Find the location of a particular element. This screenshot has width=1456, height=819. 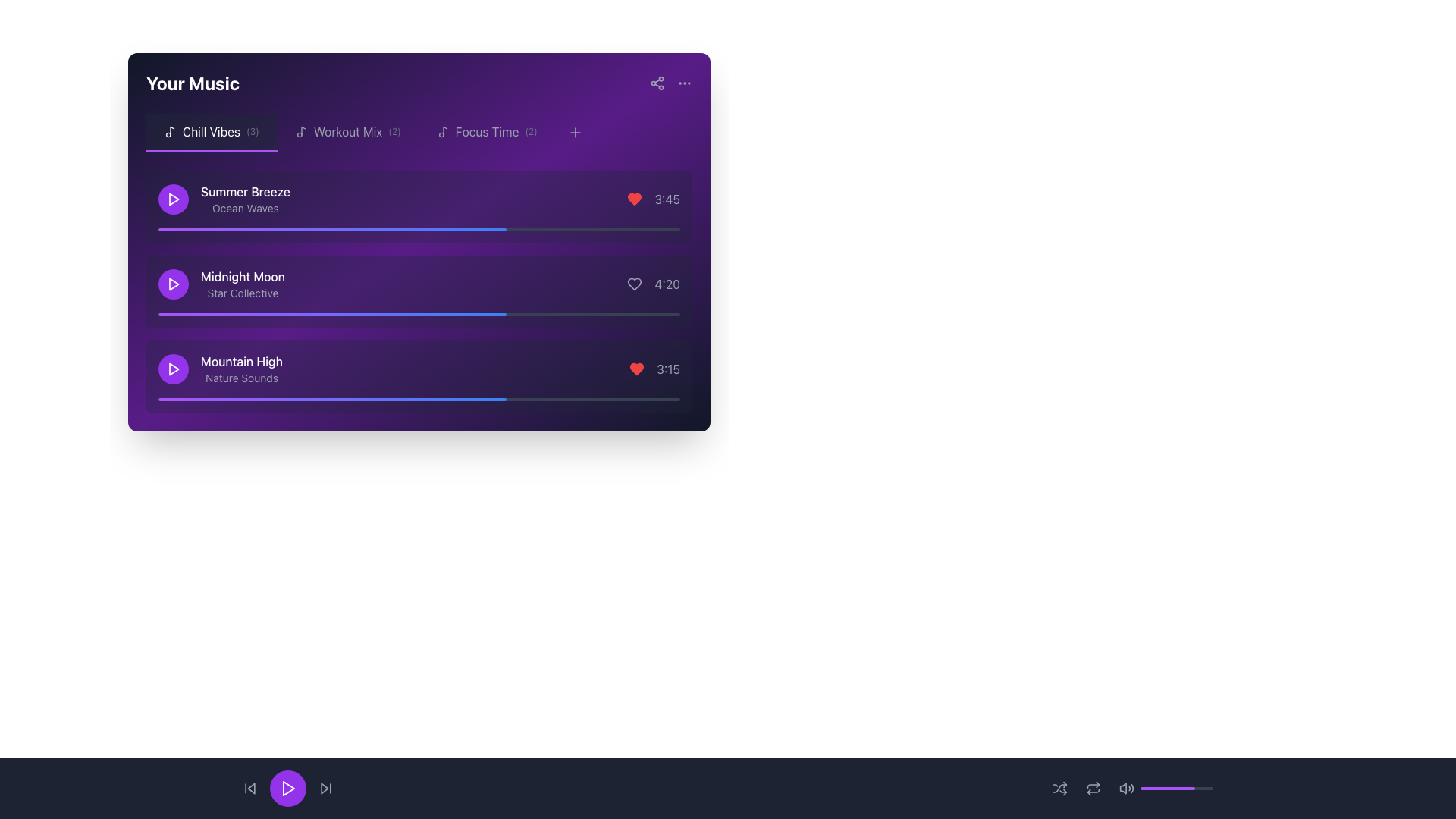

the progress bar is located at coordinates (252, 314).